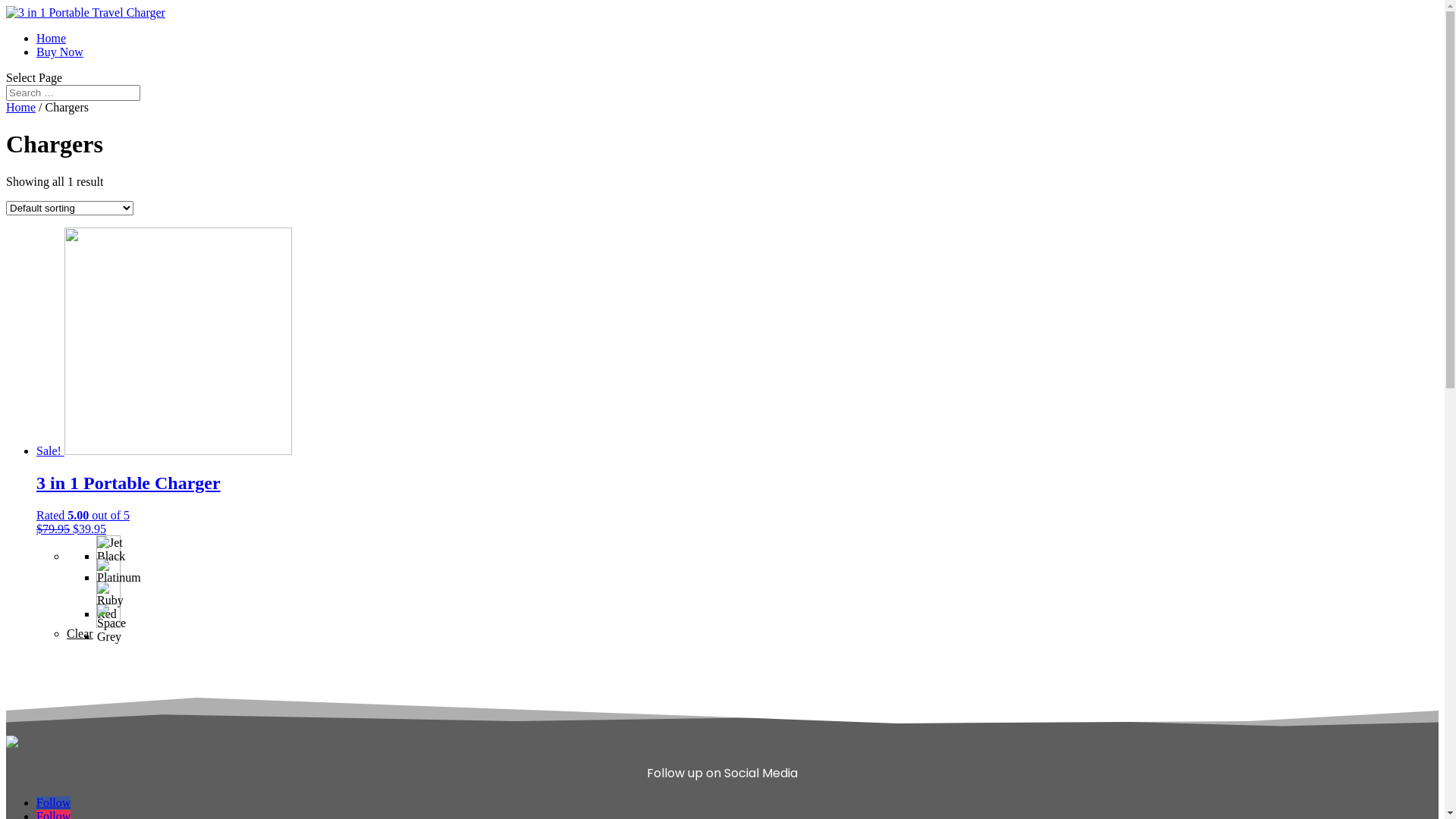 Image resolution: width=1456 pixels, height=819 pixels. What do you see at coordinates (51, 37) in the screenshot?
I see `'Home'` at bounding box center [51, 37].